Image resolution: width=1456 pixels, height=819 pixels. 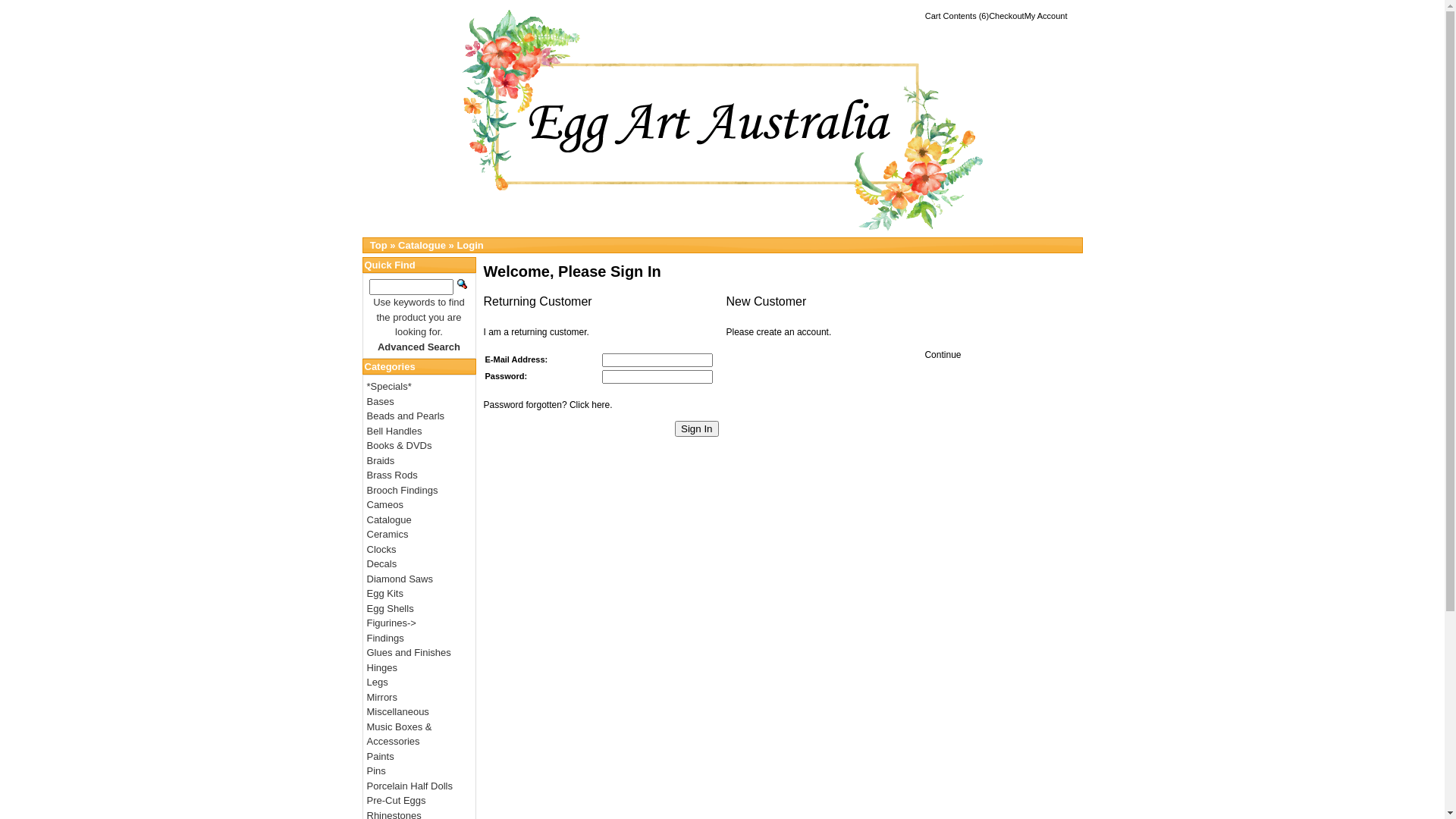 I want to click on 'Login', so click(x=469, y=244).